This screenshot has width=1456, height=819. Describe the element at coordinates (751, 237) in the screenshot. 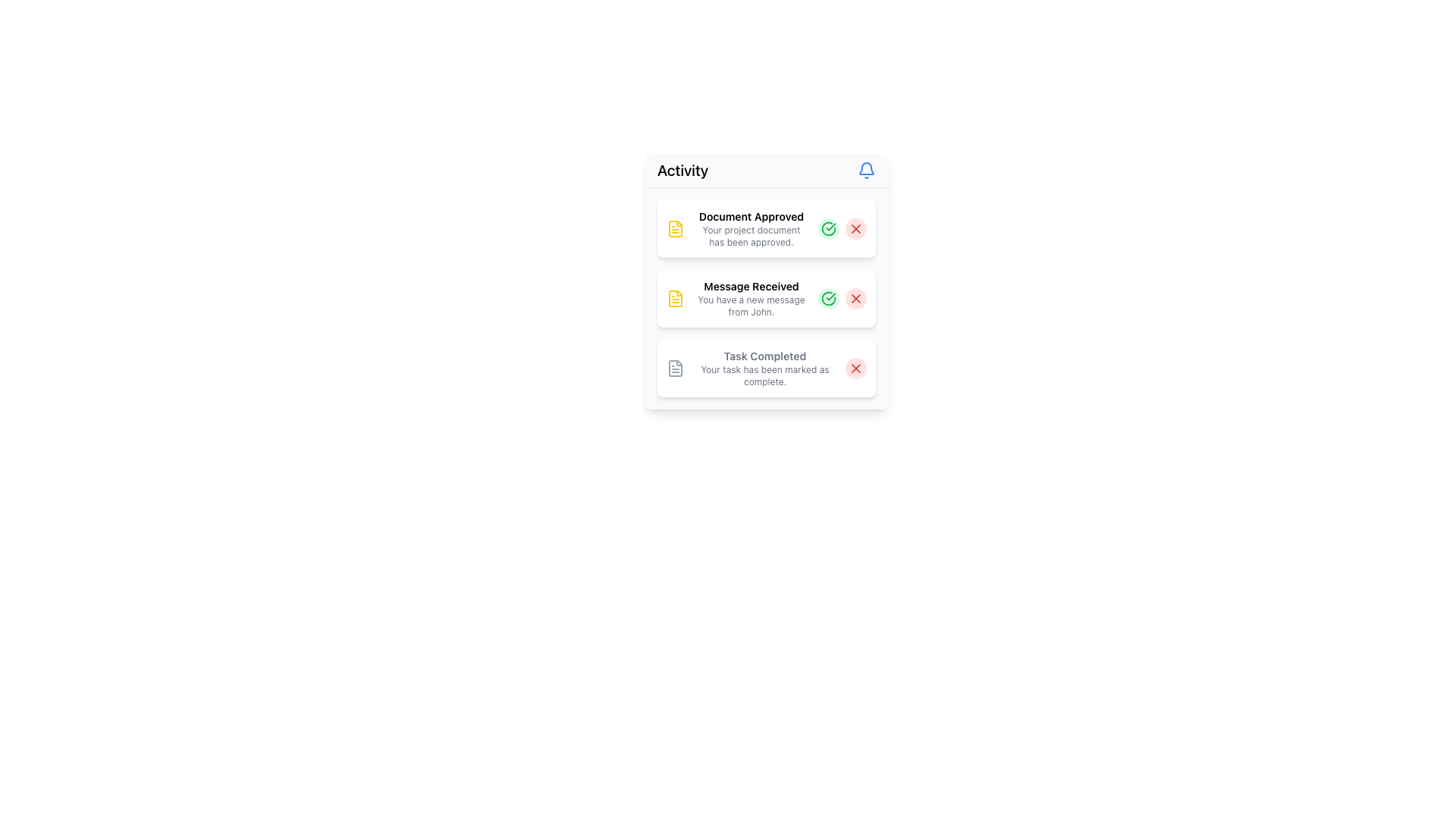

I see `the text label providing additional context for the 'Document Approved' notification located beneath the title in the first notification entry of the 'Activity' module` at that location.